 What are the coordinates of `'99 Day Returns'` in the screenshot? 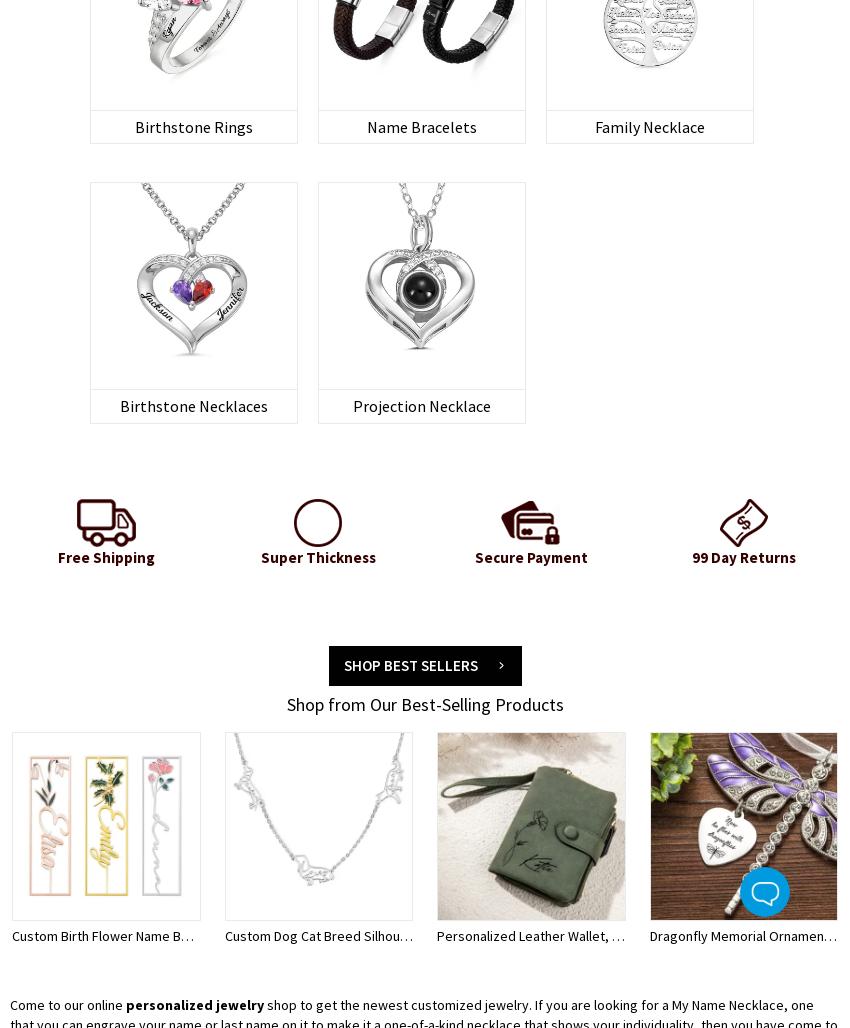 It's located at (742, 556).